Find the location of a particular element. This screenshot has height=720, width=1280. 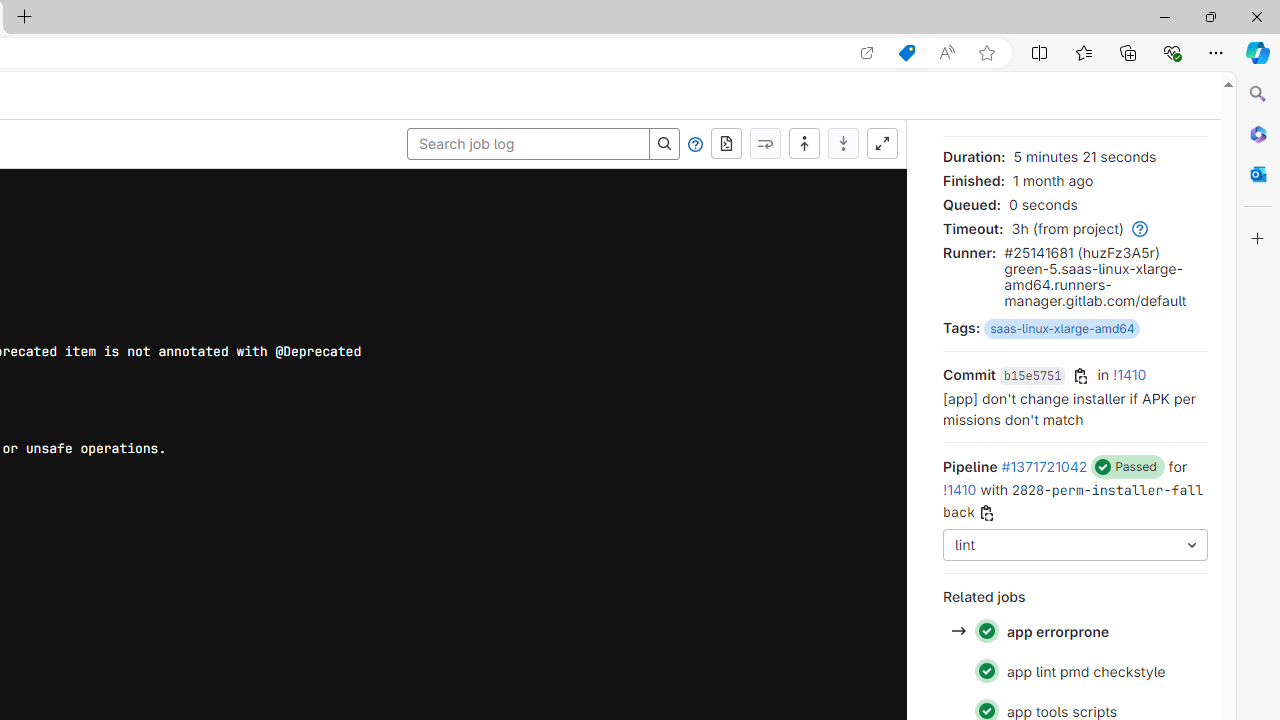

'Status: Passed app lint pmd checkstyle' is located at coordinates (1072, 671).